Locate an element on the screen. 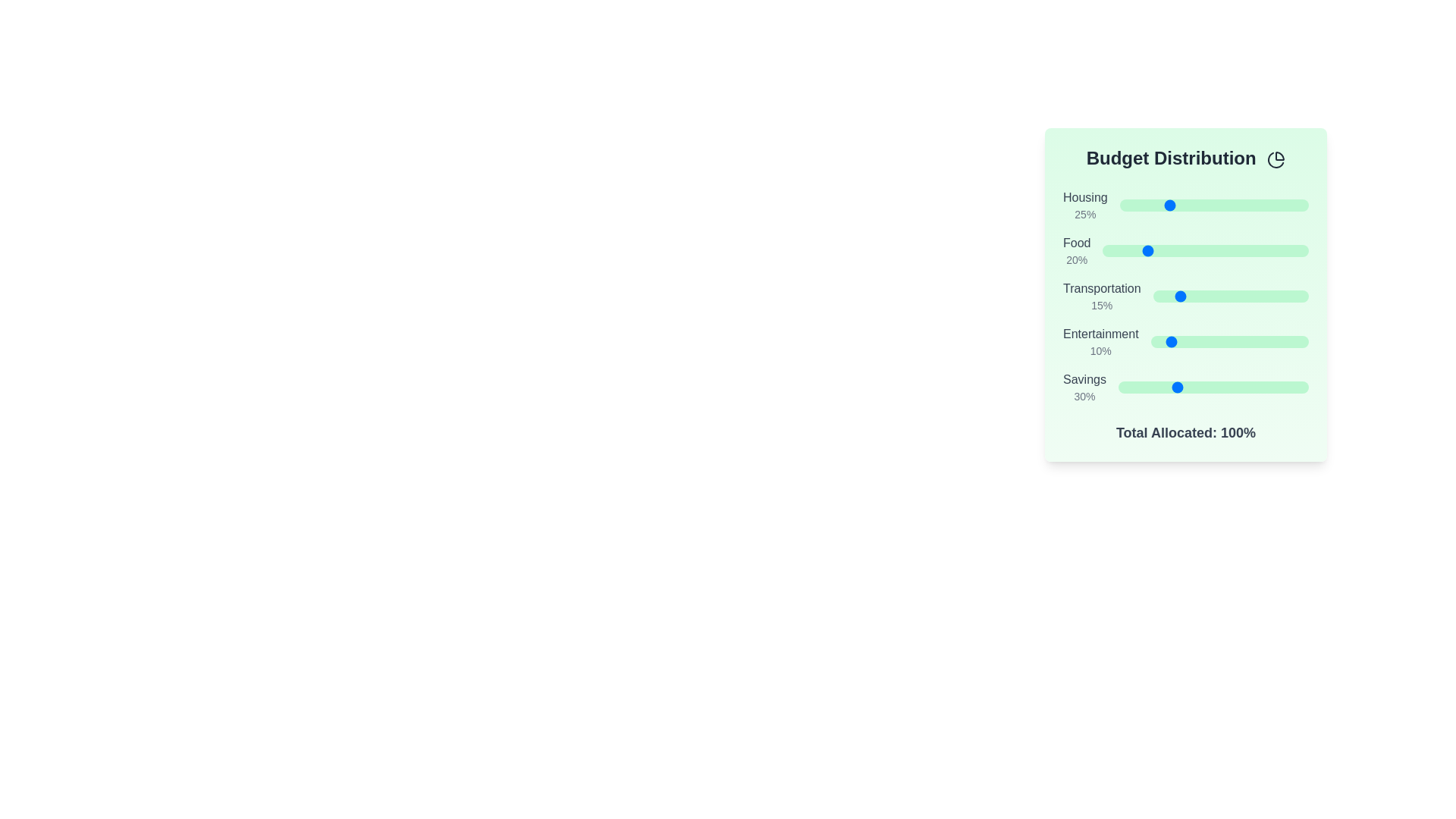  the 'Food' slider to set its value to 18 is located at coordinates (1140, 250).